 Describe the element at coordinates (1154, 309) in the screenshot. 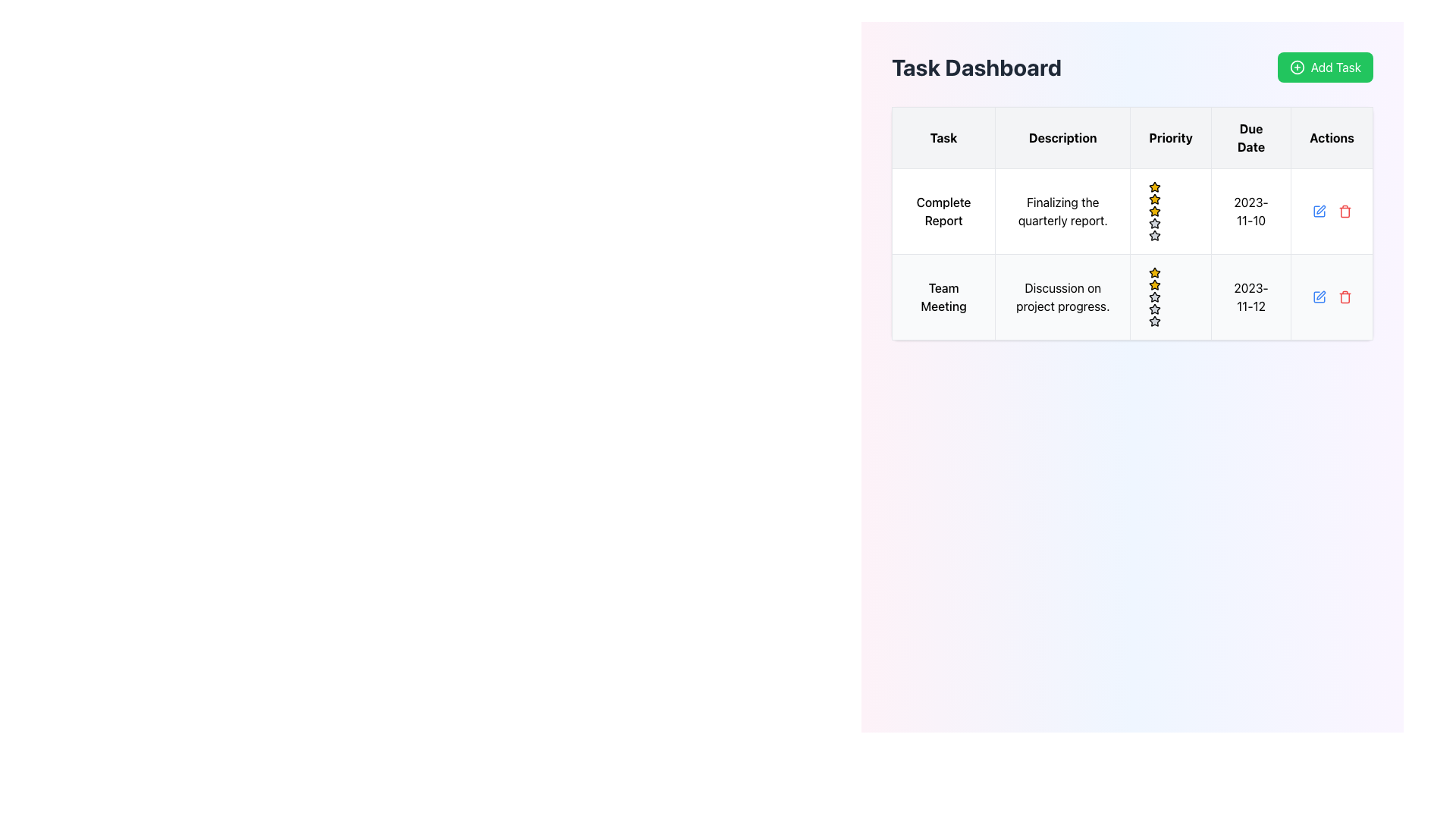

I see `the sixth star icon in the rating component of the 'Priority' column in the 'Team Meeting' row of the 'Task Dashboard', which is currently inactive and outlined` at that location.